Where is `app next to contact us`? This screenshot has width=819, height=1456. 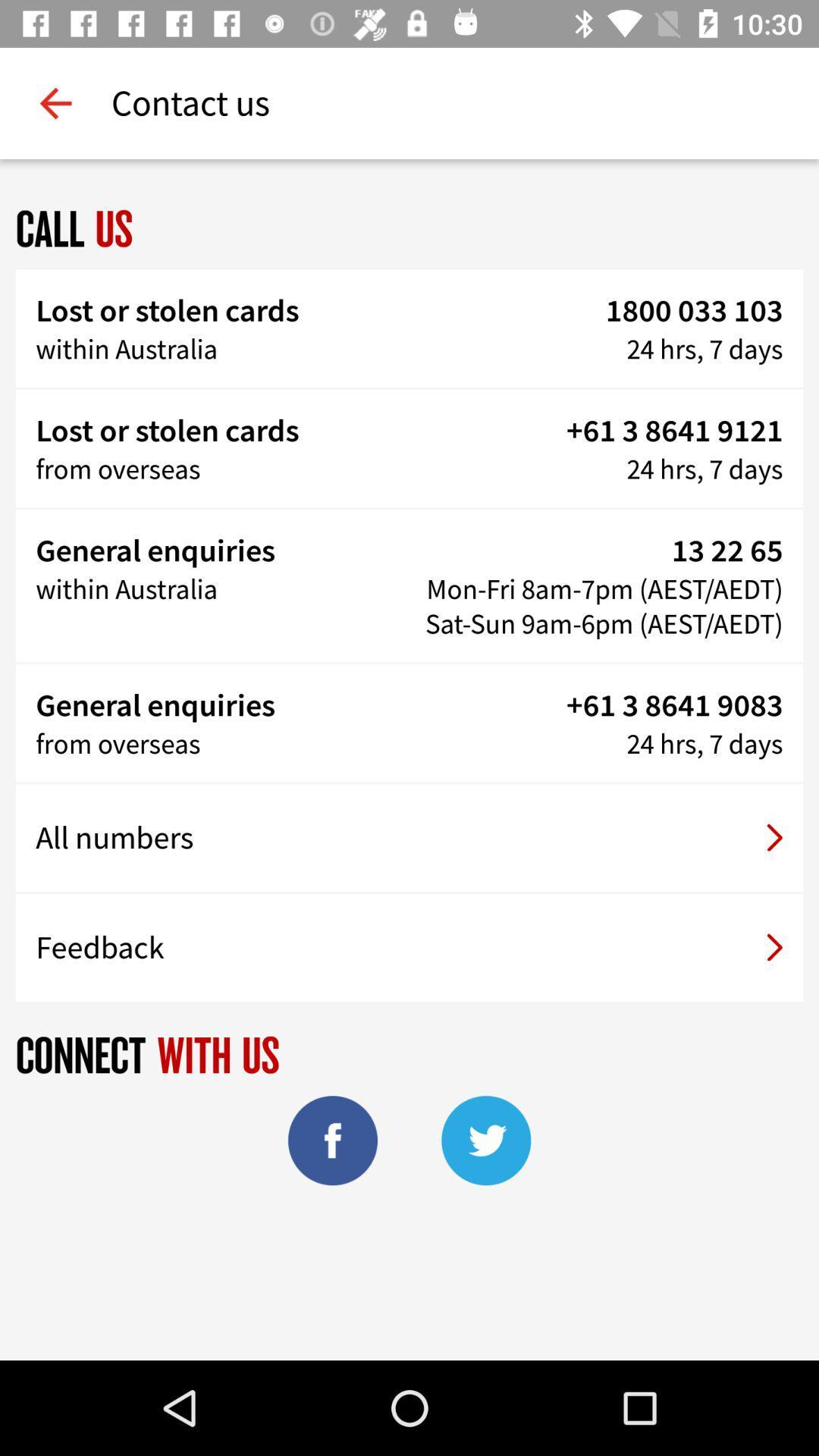
app next to contact us is located at coordinates (55, 102).